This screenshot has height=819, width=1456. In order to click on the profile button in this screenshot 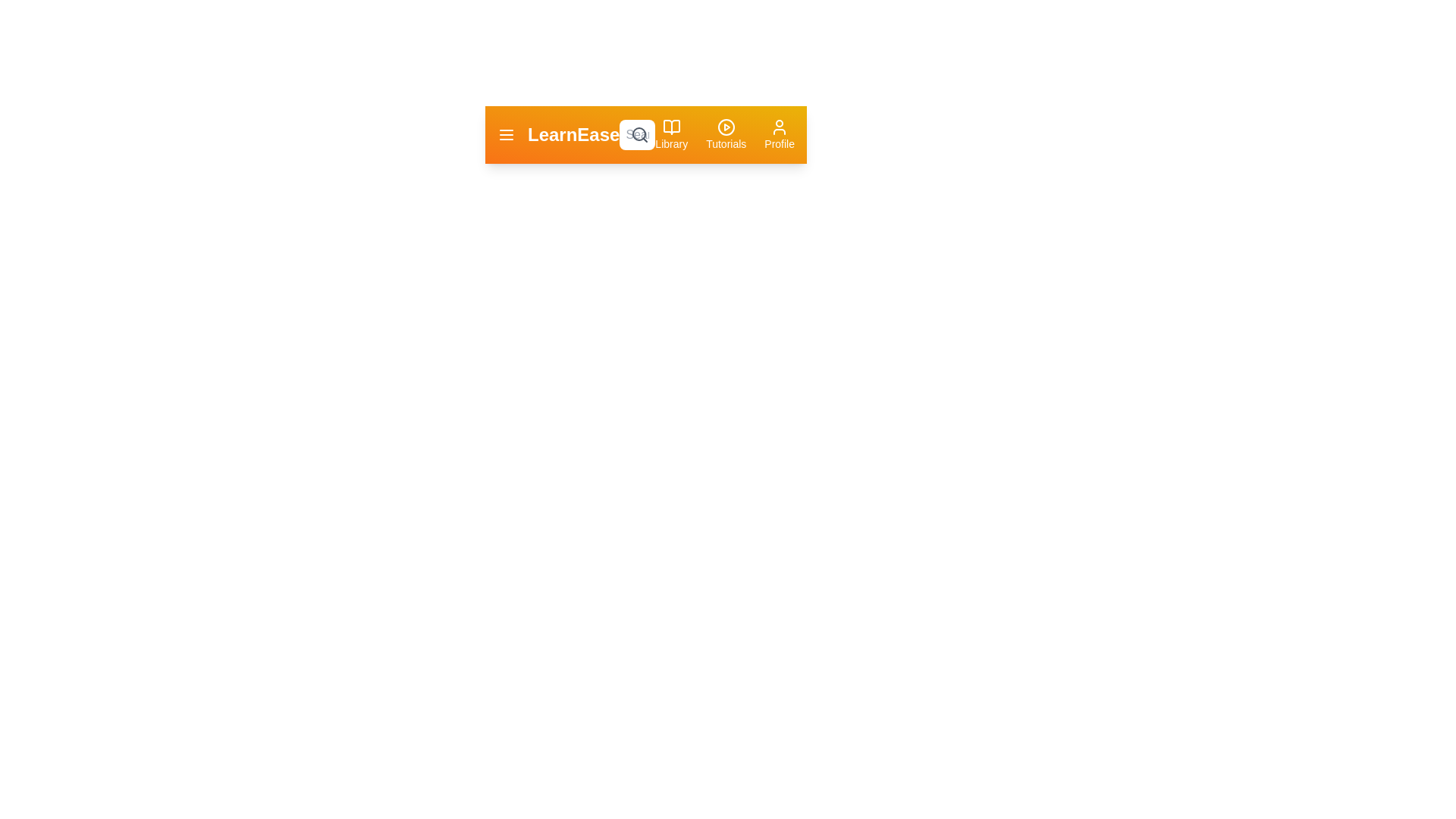, I will do `click(779, 133)`.